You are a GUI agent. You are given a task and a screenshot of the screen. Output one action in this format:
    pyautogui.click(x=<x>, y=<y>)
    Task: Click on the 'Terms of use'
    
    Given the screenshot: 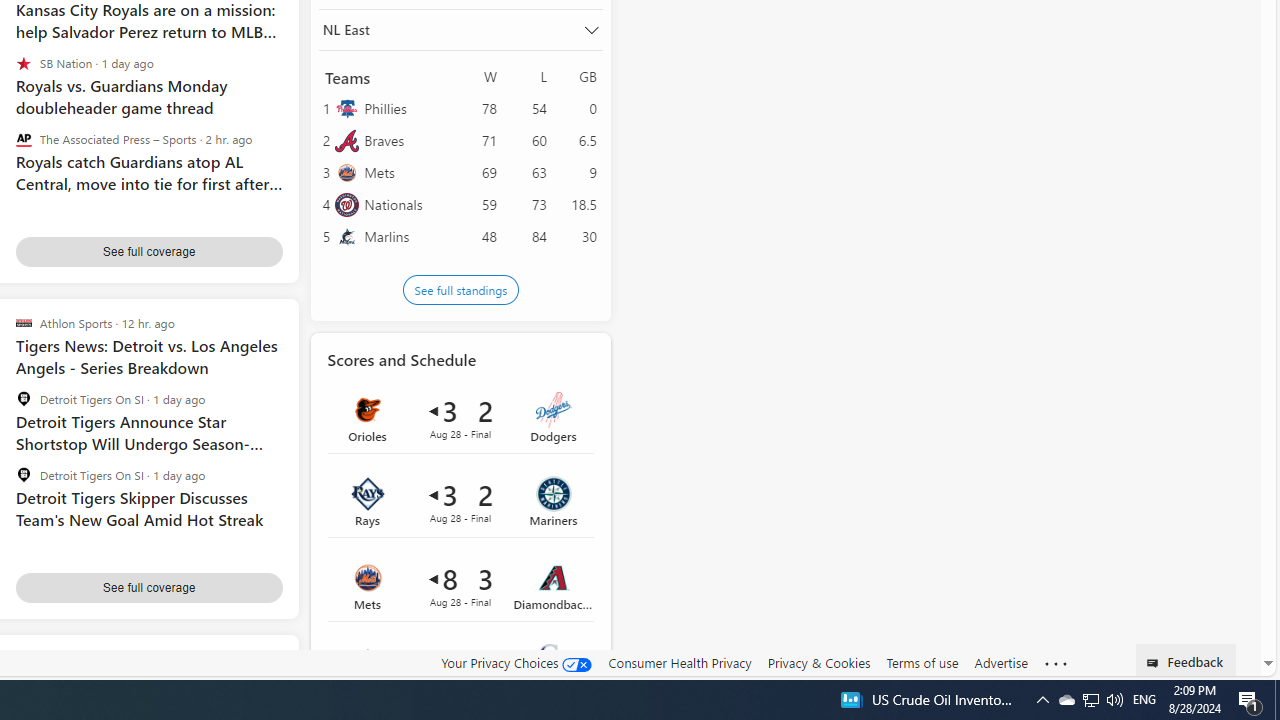 What is the action you would take?
    pyautogui.click(x=921, y=662)
    